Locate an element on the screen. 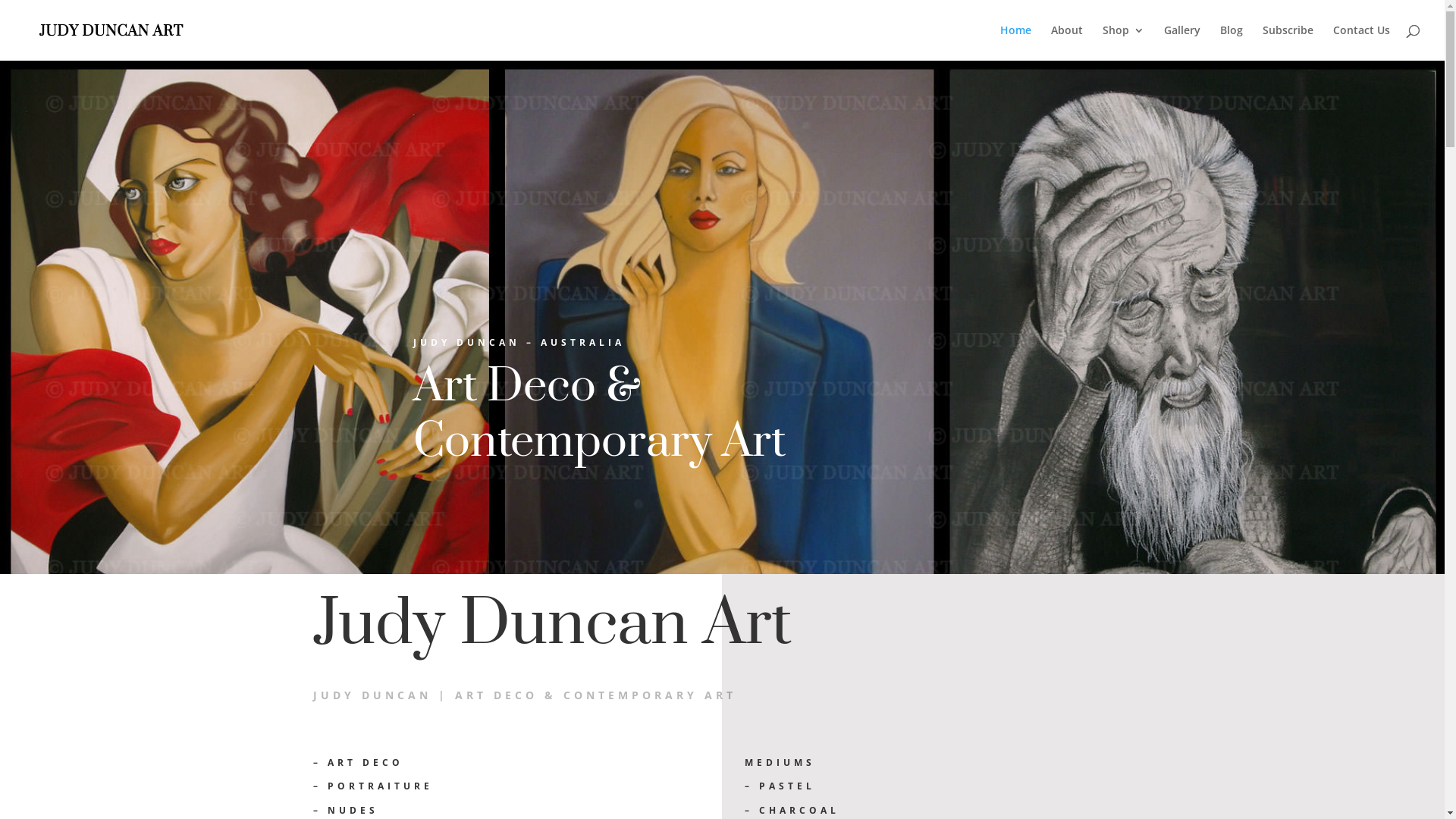  'Gallery' is located at coordinates (1181, 42).